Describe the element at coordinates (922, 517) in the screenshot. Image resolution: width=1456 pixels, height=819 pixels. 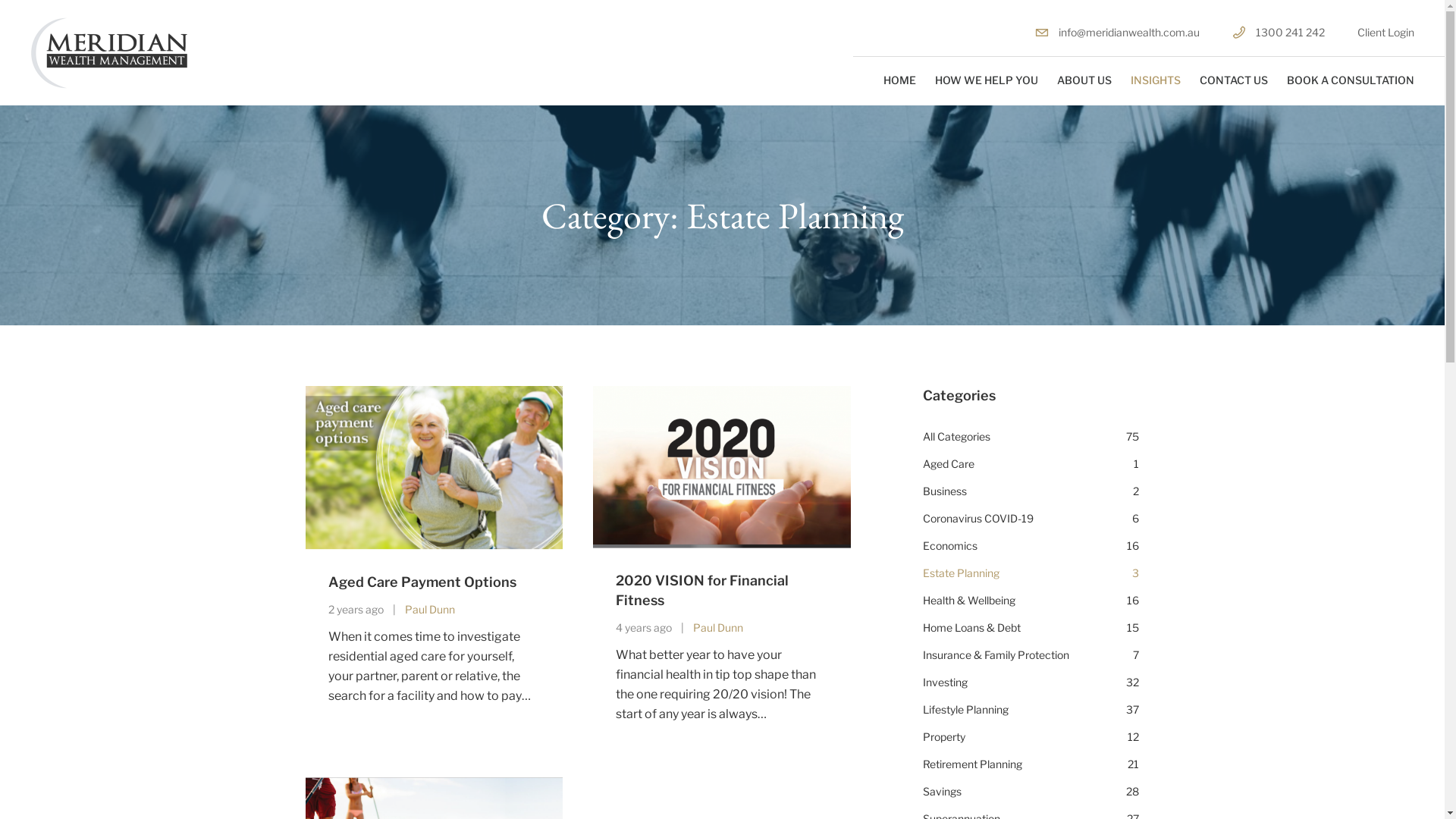
I see `'Coronavirus COVID-19` at that location.